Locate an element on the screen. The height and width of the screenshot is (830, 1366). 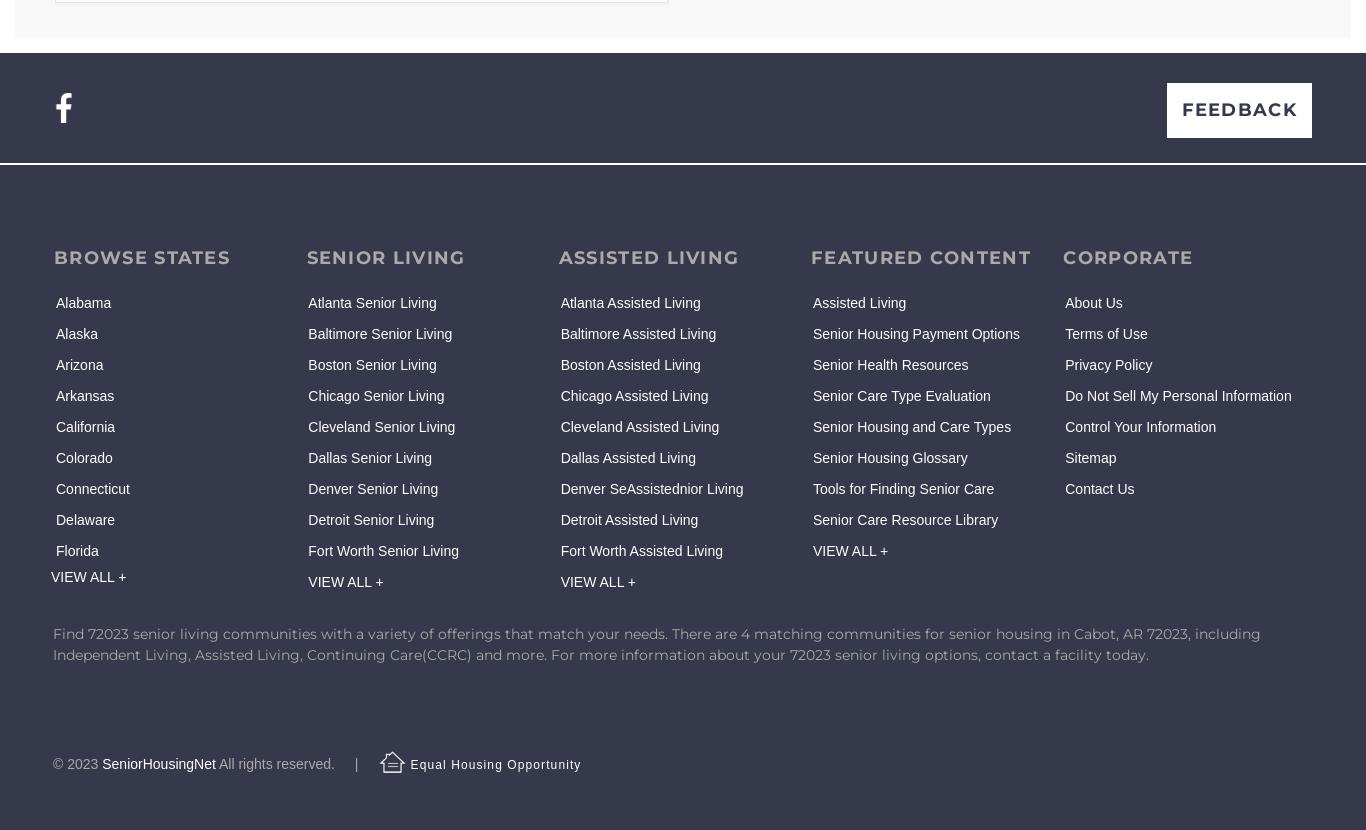
'Arkansas' is located at coordinates (56, 394).